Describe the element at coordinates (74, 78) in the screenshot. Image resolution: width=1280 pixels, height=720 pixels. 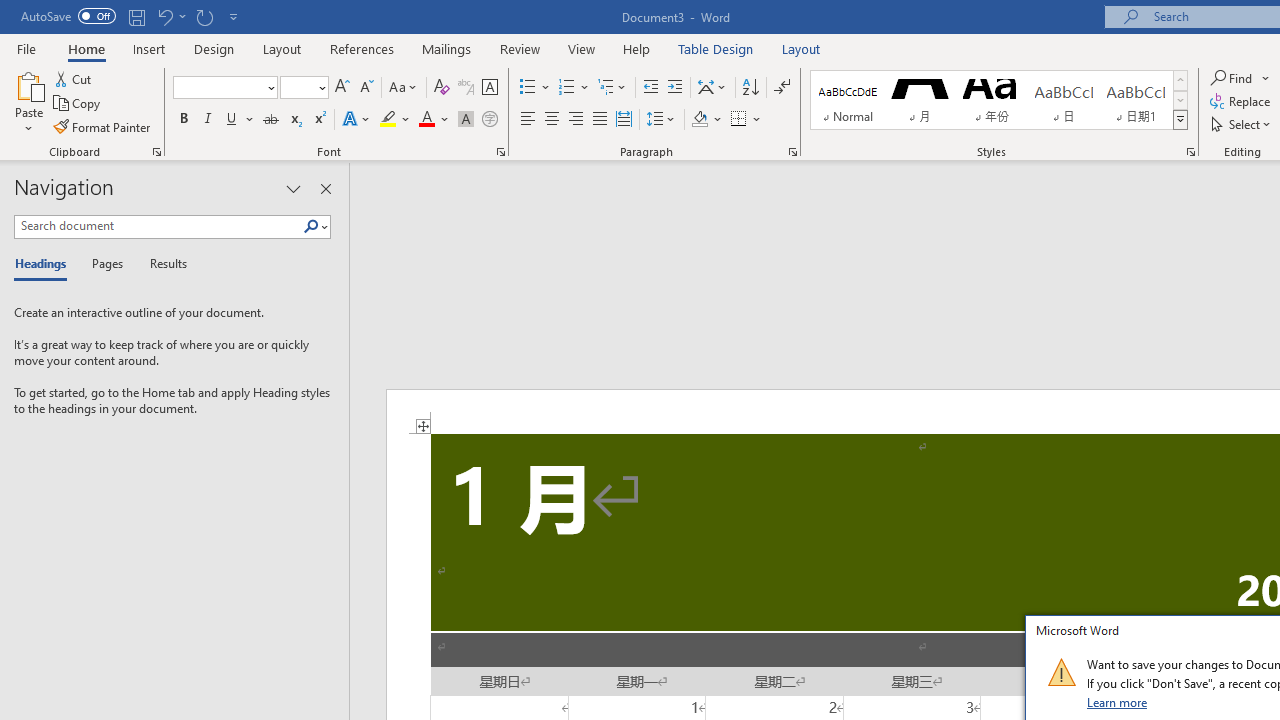
I see `'Cut'` at that location.